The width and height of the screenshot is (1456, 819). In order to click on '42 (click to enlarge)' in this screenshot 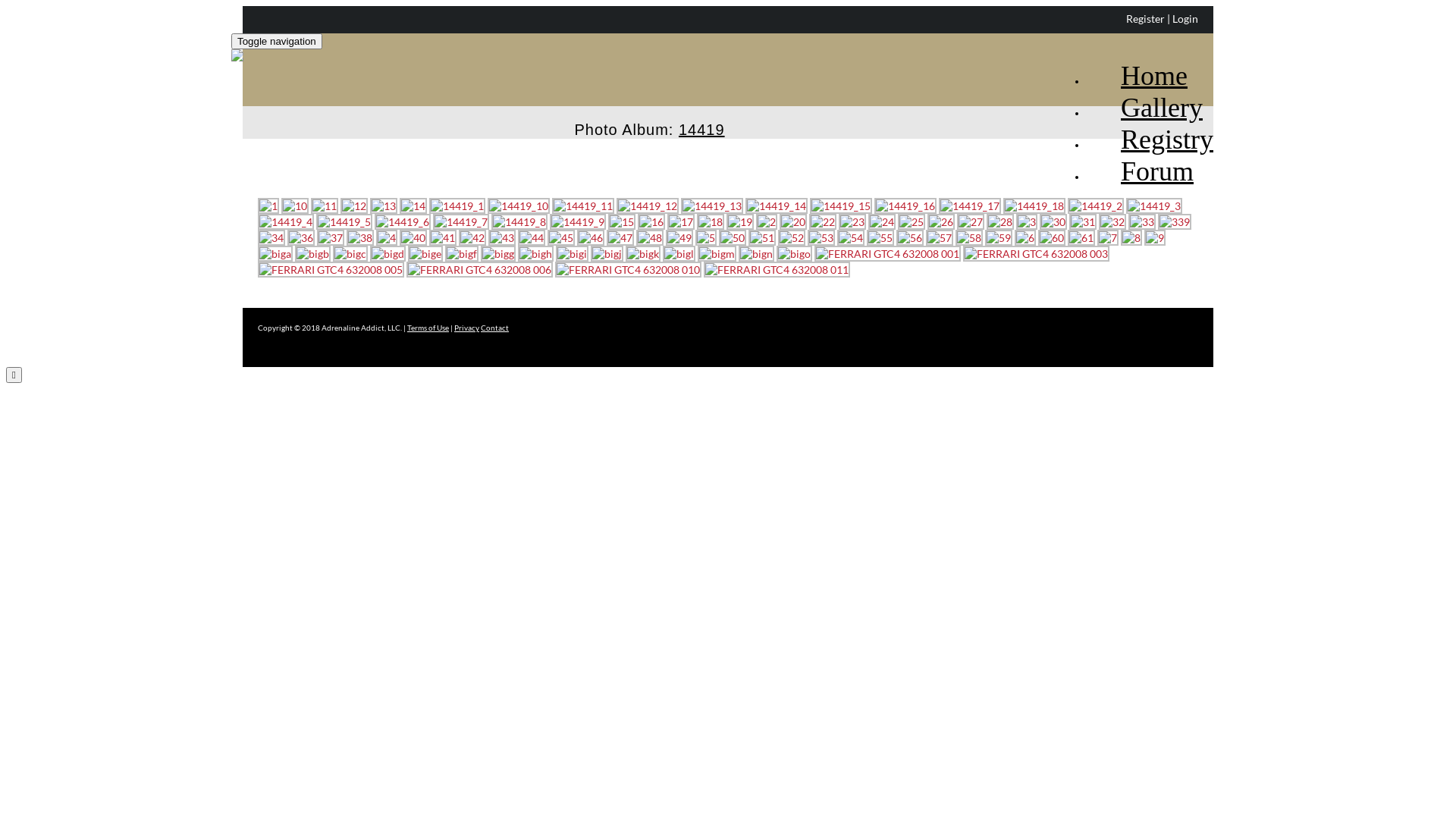, I will do `click(472, 237)`.